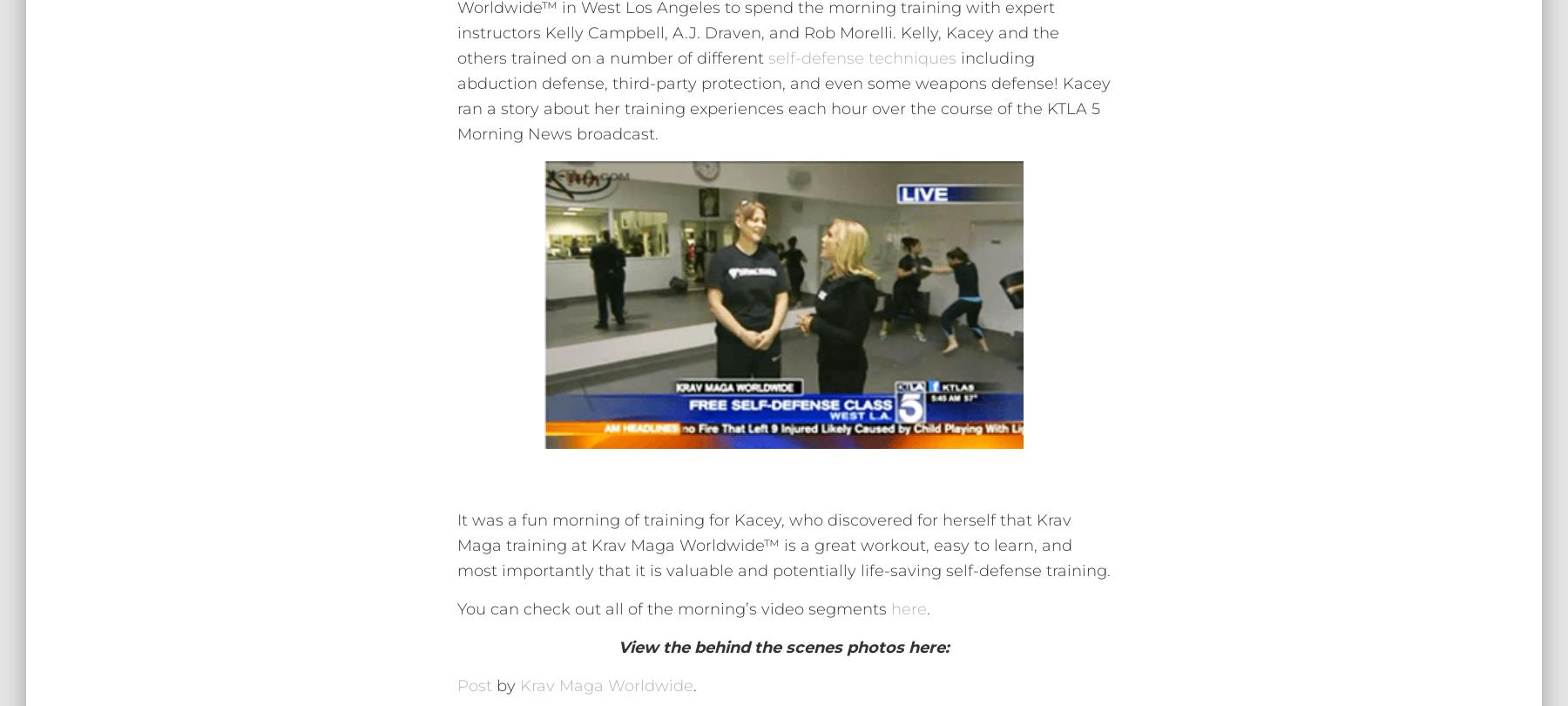 Image resolution: width=1568 pixels, height=706 pixels. Describe the element at coordinates (862, 58) in the screenshot. I see `'self-defense techniques'` at that location.